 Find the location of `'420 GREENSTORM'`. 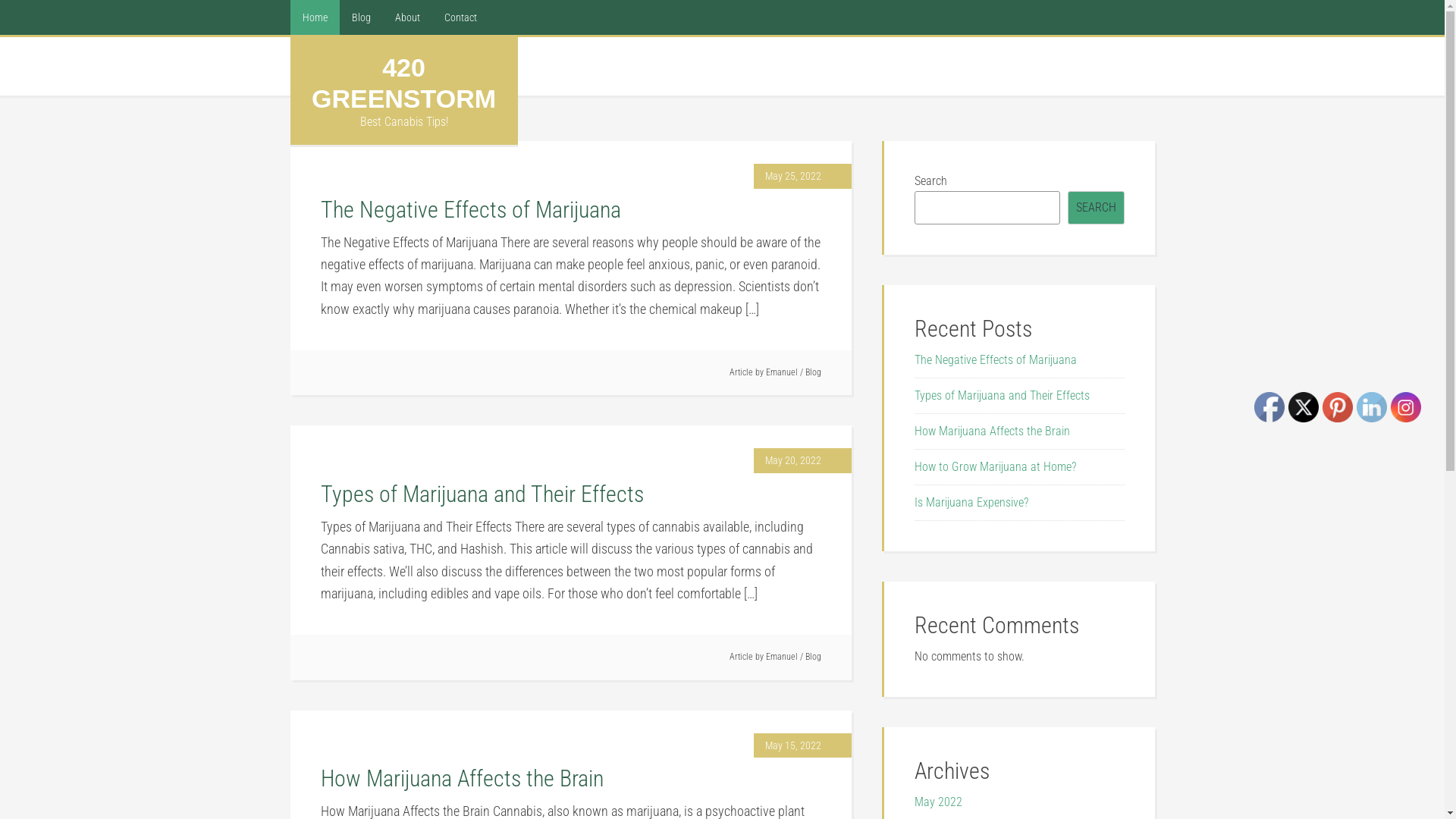

'420 GREENSTORM' is located at coordinates (311, 83).